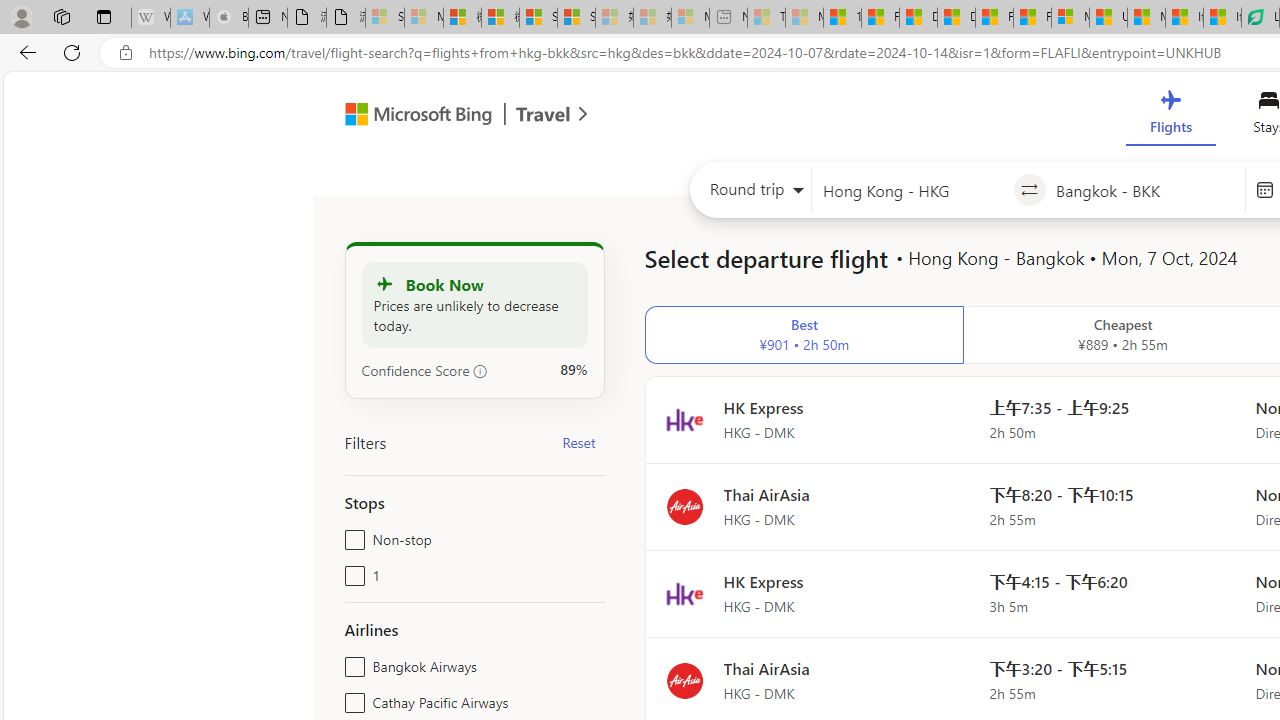  I want to click on '1', so click(351, 572).